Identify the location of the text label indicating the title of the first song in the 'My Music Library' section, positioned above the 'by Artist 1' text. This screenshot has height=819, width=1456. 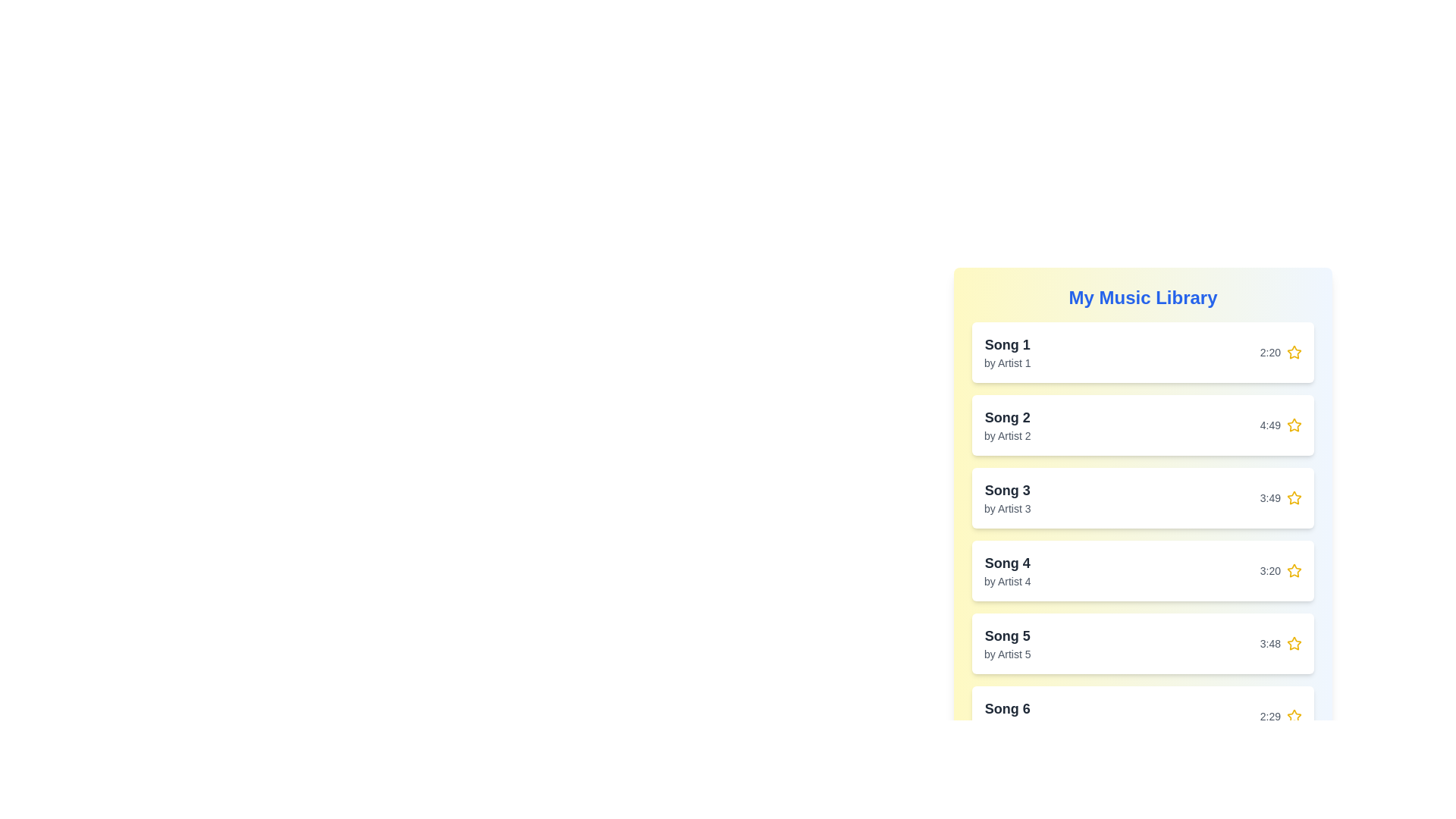
(1007, 345).